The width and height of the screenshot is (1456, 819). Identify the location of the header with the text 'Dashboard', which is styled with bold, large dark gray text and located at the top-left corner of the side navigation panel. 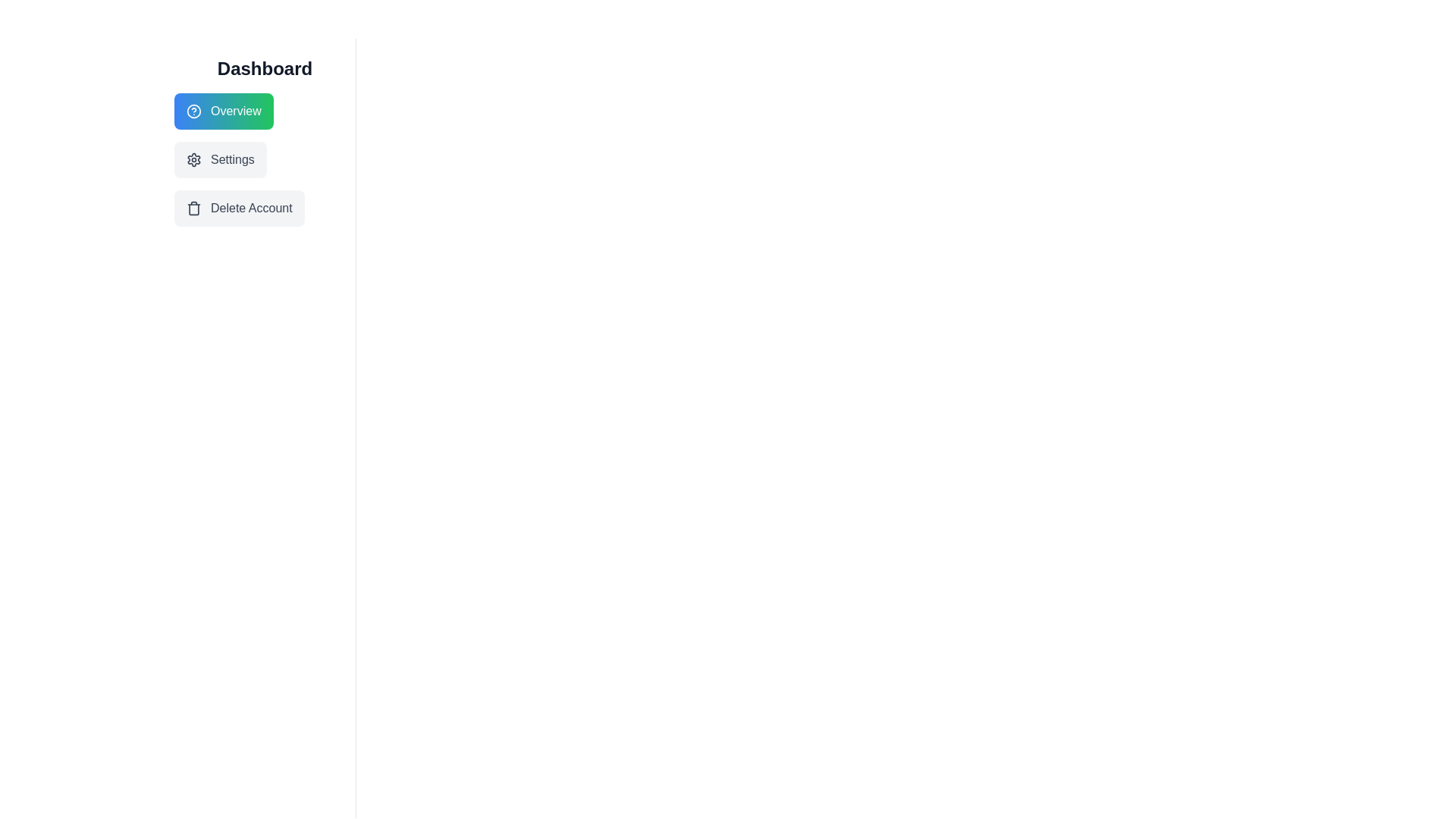
(265, 69).